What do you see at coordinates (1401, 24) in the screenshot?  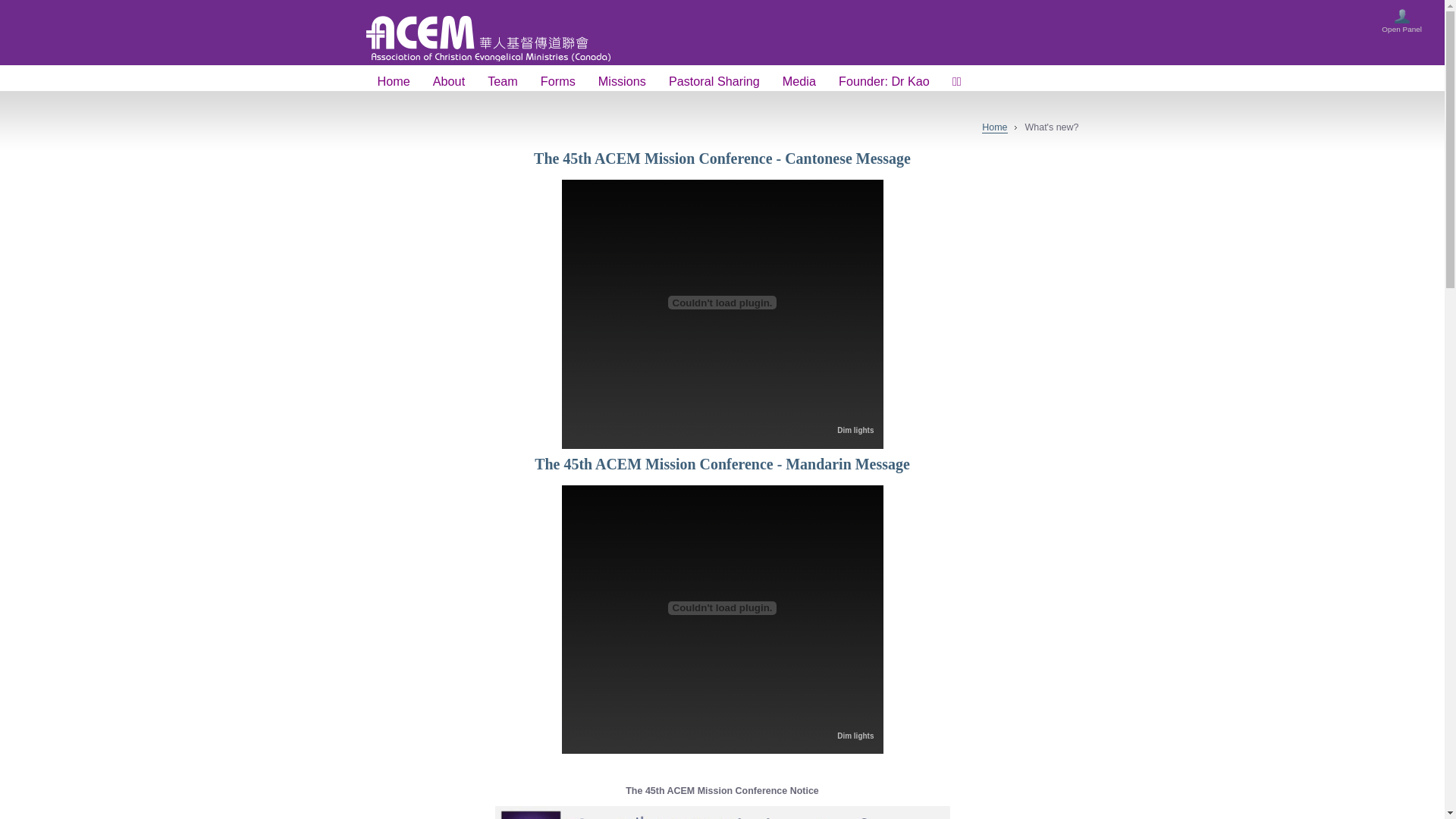 I see `'Open Panel'` at bounding box center [1401, 24].